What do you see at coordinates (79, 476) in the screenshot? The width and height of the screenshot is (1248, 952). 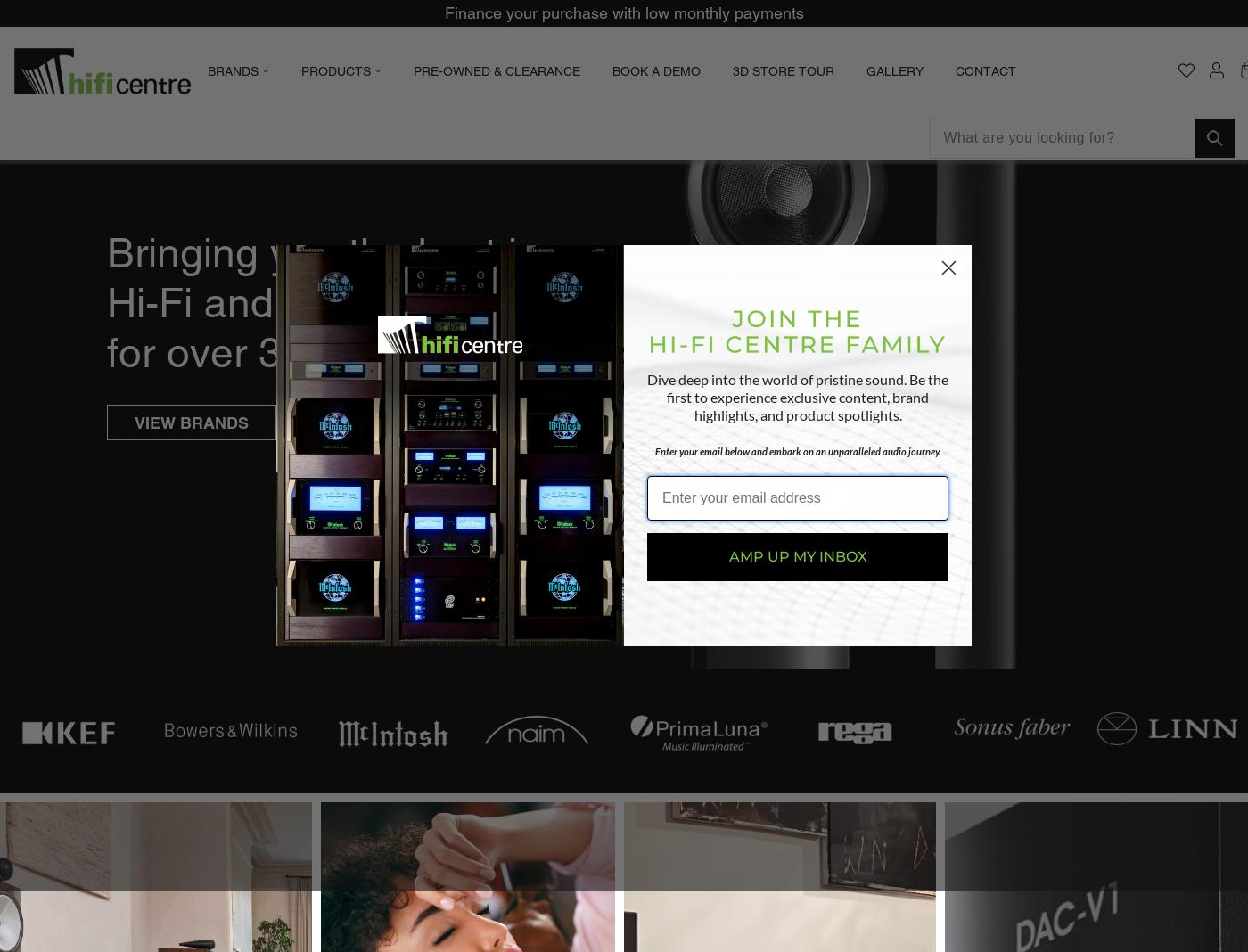 I see `'Classe'` at bounding box center [79, 476].